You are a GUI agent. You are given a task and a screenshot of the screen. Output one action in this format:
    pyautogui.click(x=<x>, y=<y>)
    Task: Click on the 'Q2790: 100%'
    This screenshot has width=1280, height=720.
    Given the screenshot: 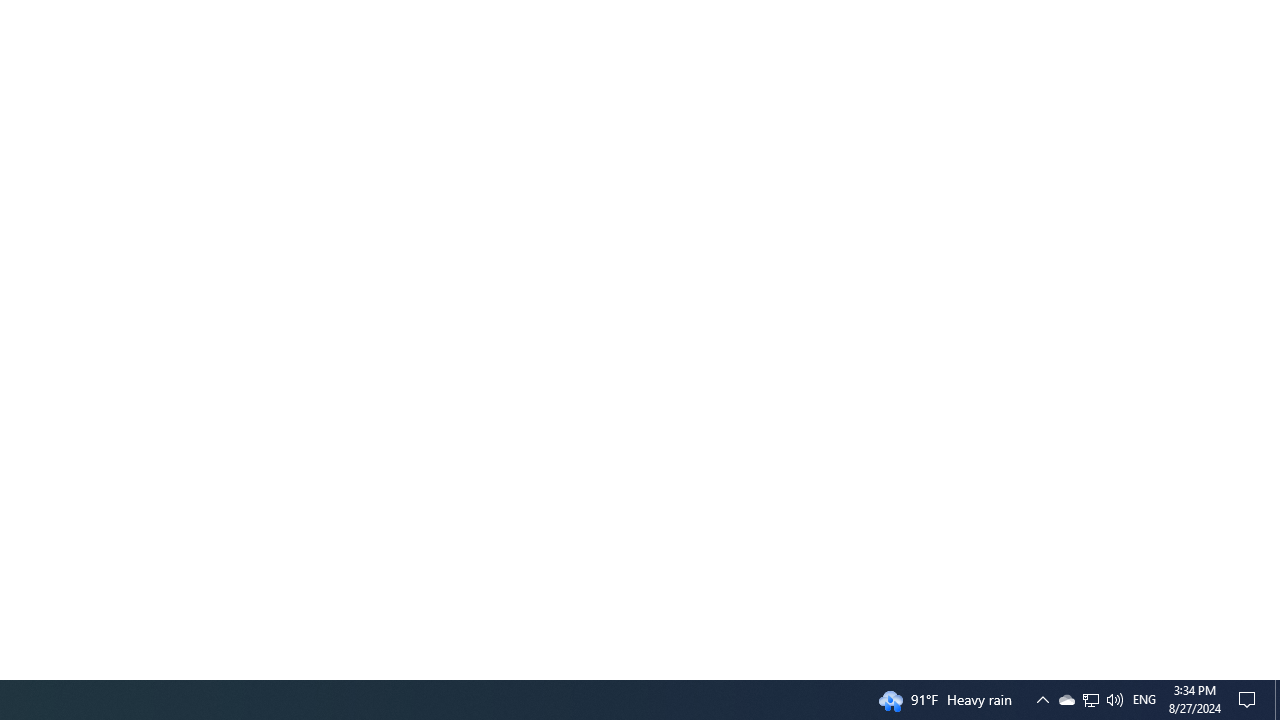 What is the action you would take?
    pyautogui.click(x=1144, y=698)
    